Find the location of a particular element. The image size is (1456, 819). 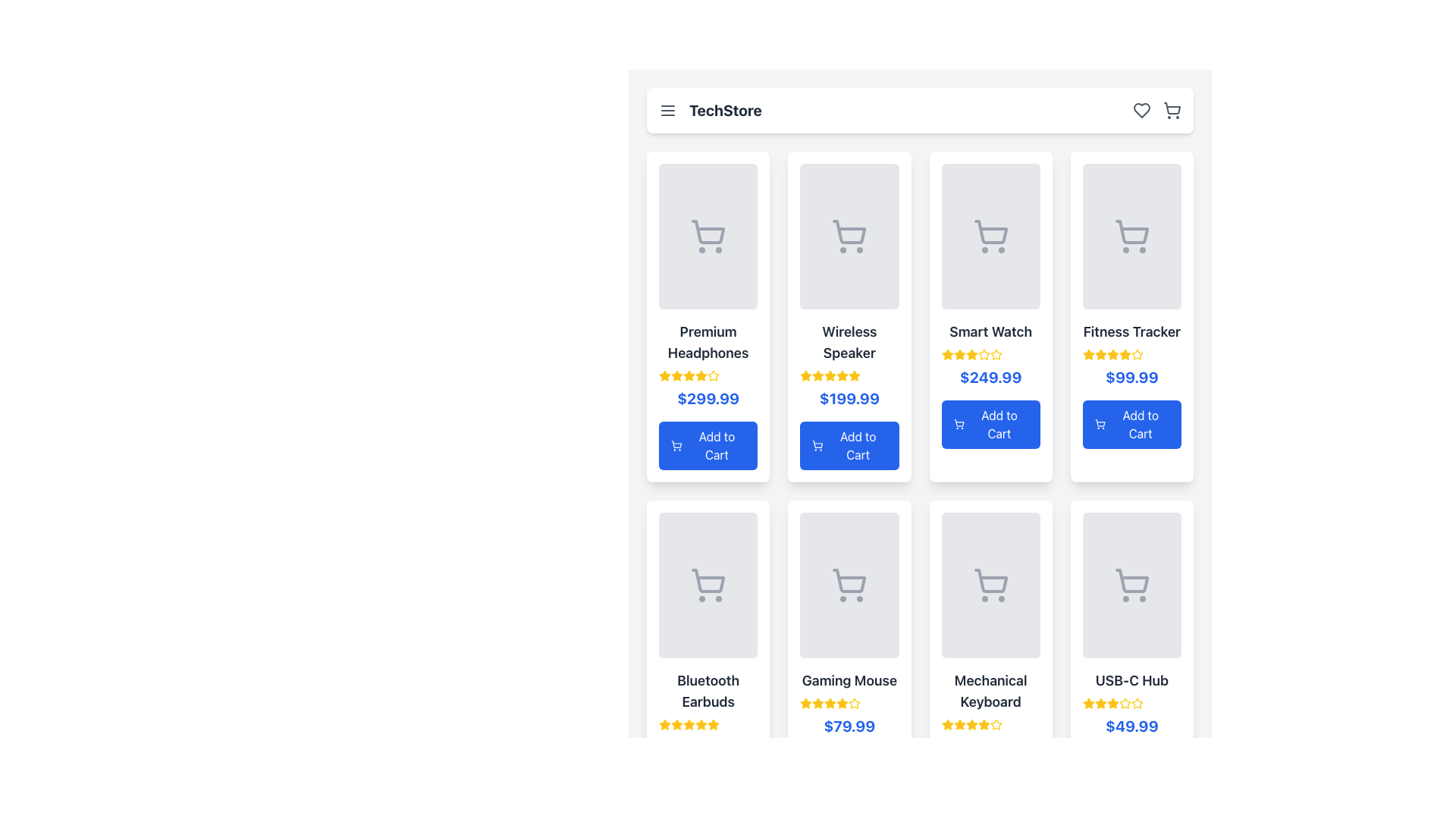

the fourth rating star icon for the 'USB-C Hub' product, which visually indicates the rating level, located in the second row of the products grid is located at coordinates (1112, 704).